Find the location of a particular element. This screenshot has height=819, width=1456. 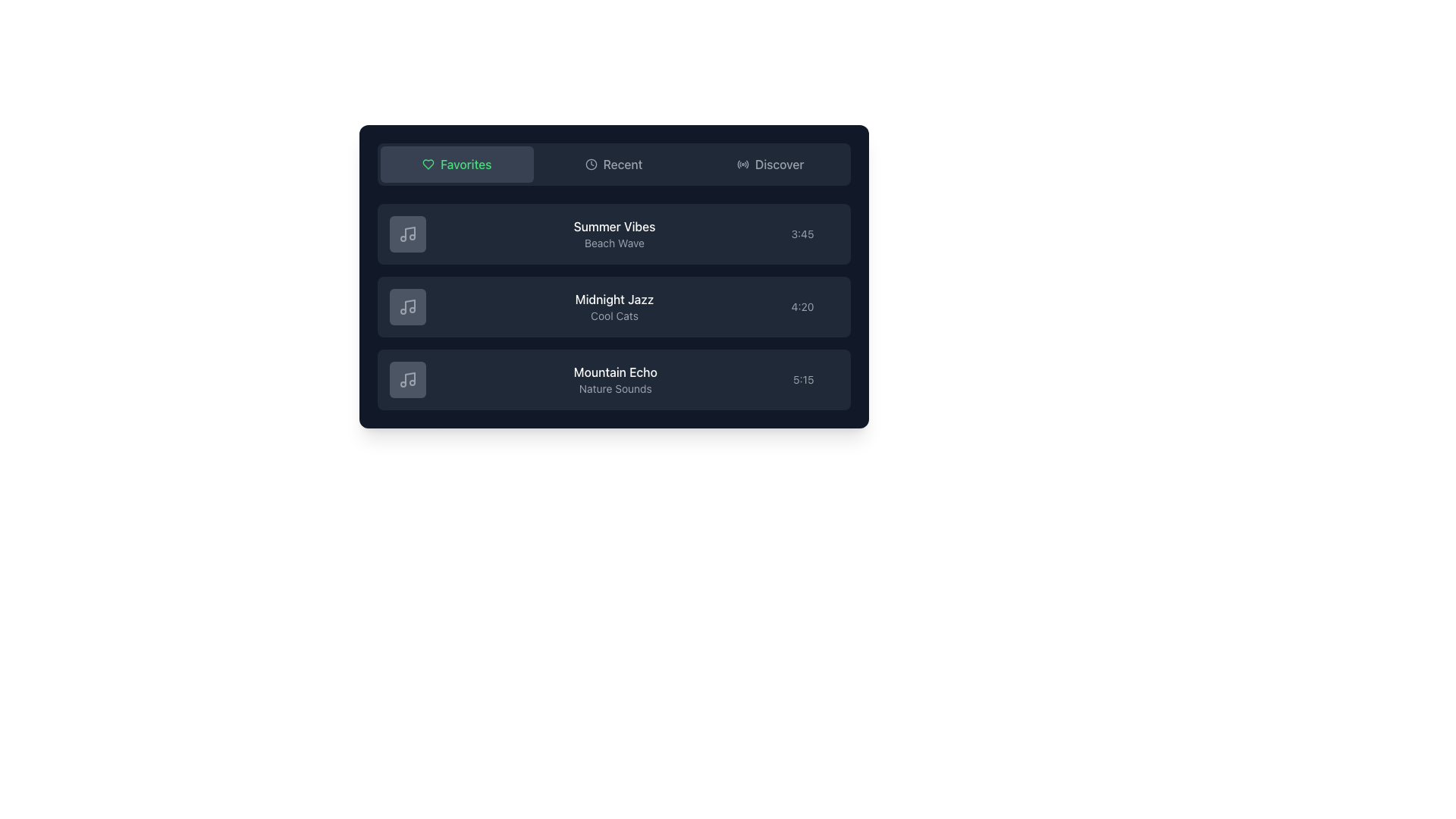

the text label displaying 'Mountain Echo' and 'Nature Sounds', which is the third entry in a vertical list with a dark background is located at coordinates (615, 379).